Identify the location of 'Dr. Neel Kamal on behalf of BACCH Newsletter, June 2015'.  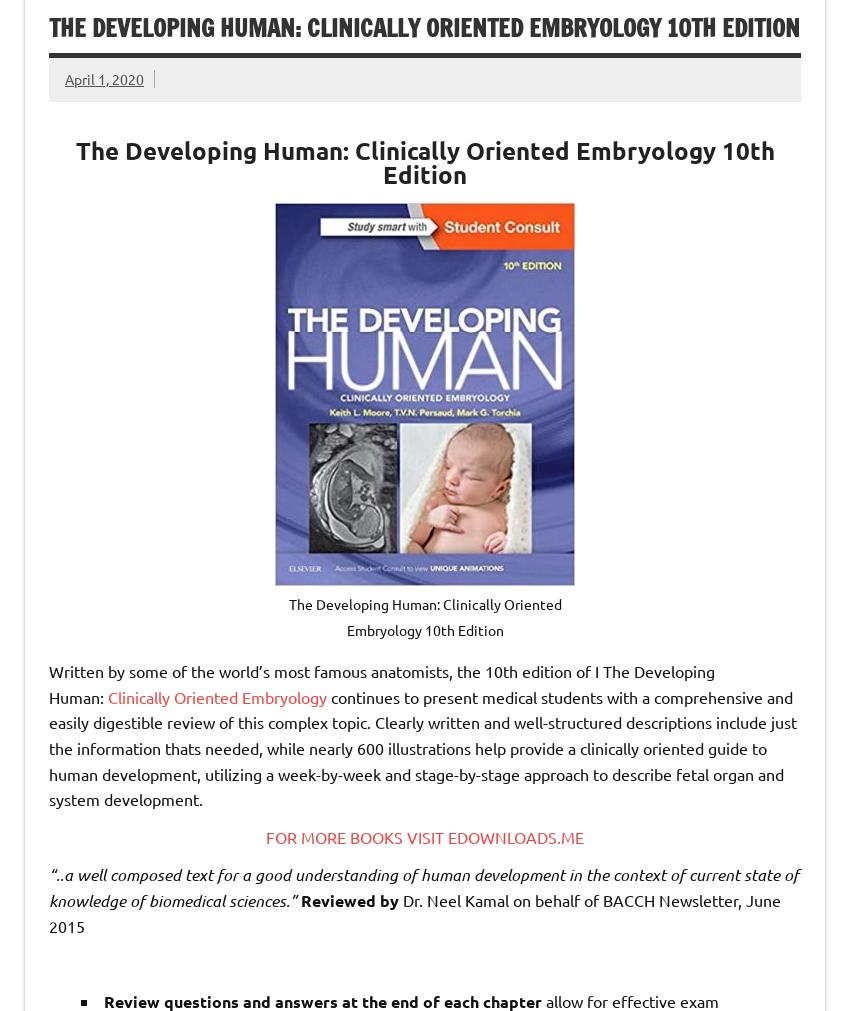
(414, 912).